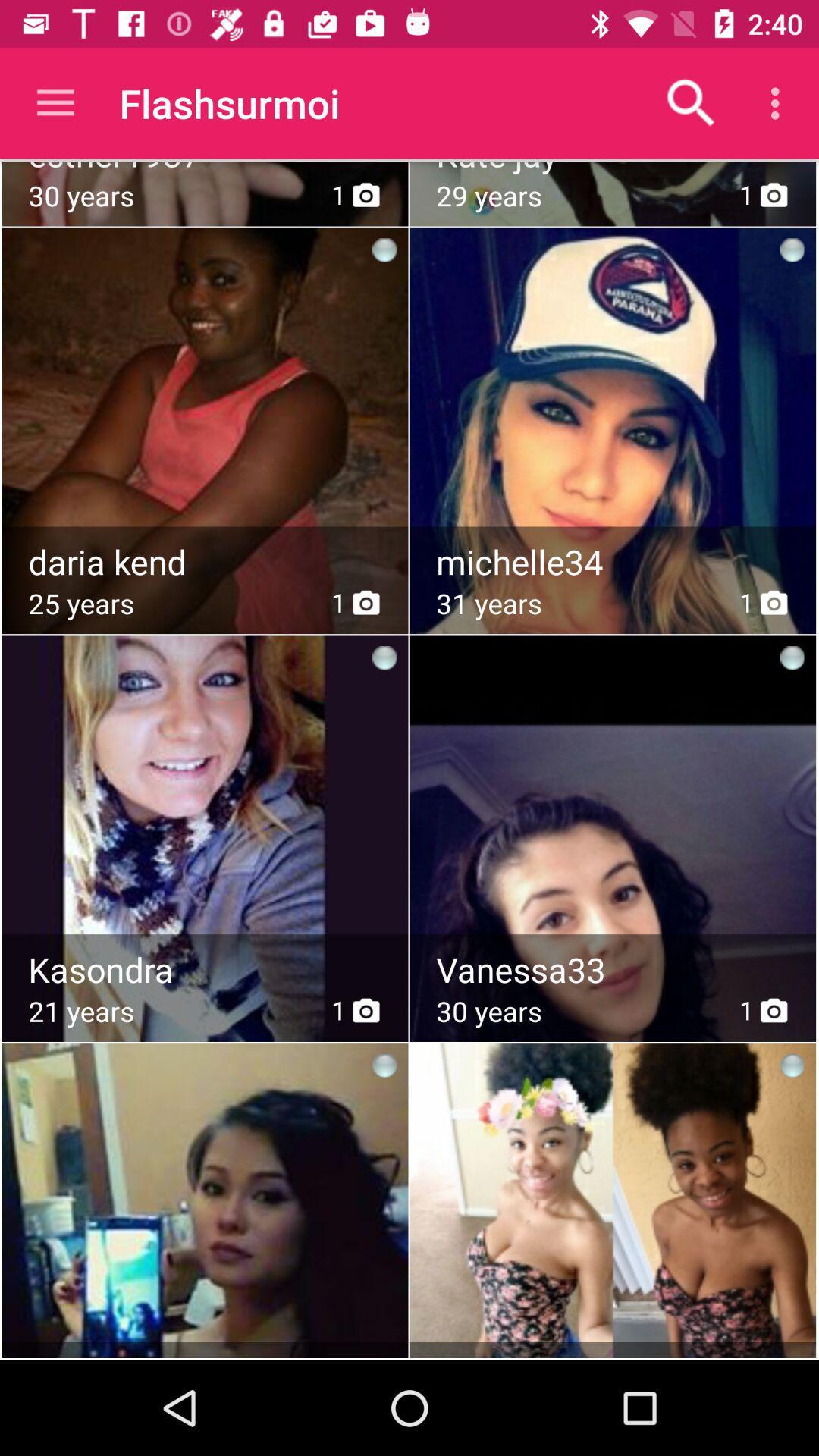  Describe the element at coordinates (55, 102) in the screenshot. I see `icon next to the flashsurmoi item` at that location.